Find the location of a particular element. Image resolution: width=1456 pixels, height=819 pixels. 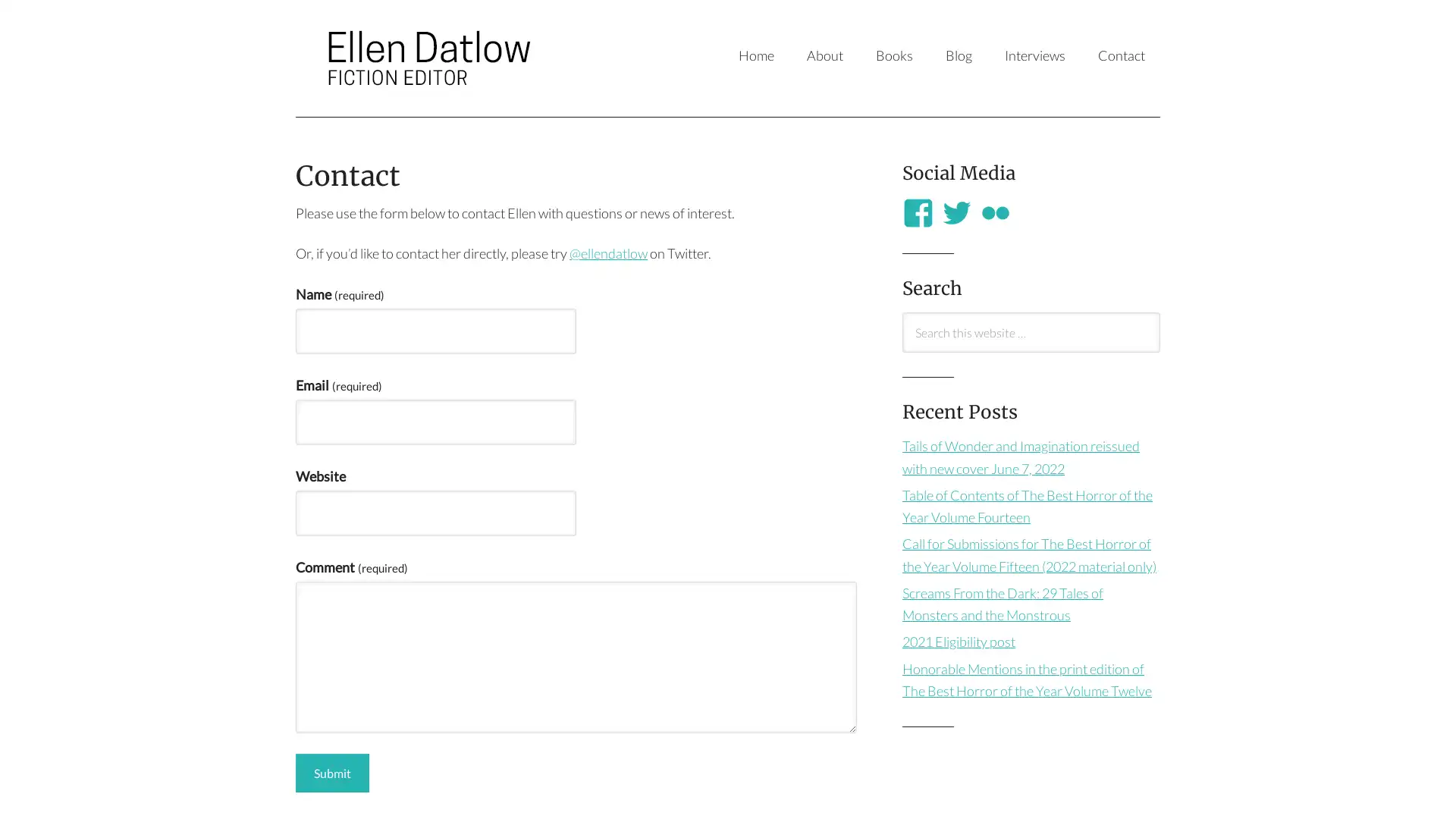

Submit is located at coordinates (331, 773).